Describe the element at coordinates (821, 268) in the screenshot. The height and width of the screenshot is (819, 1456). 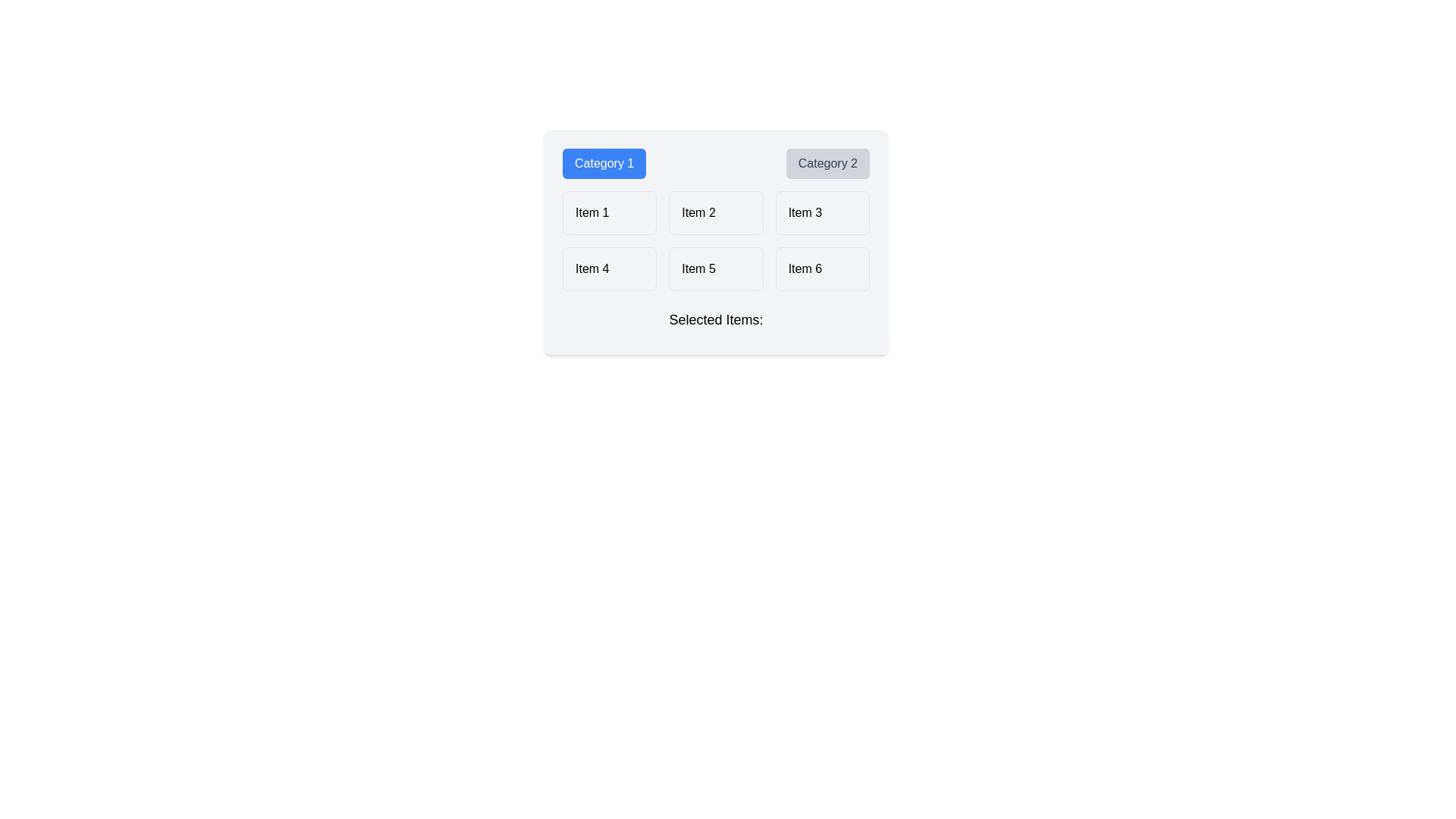
I see `the selectable item labeled 'Item 6'` at that location.